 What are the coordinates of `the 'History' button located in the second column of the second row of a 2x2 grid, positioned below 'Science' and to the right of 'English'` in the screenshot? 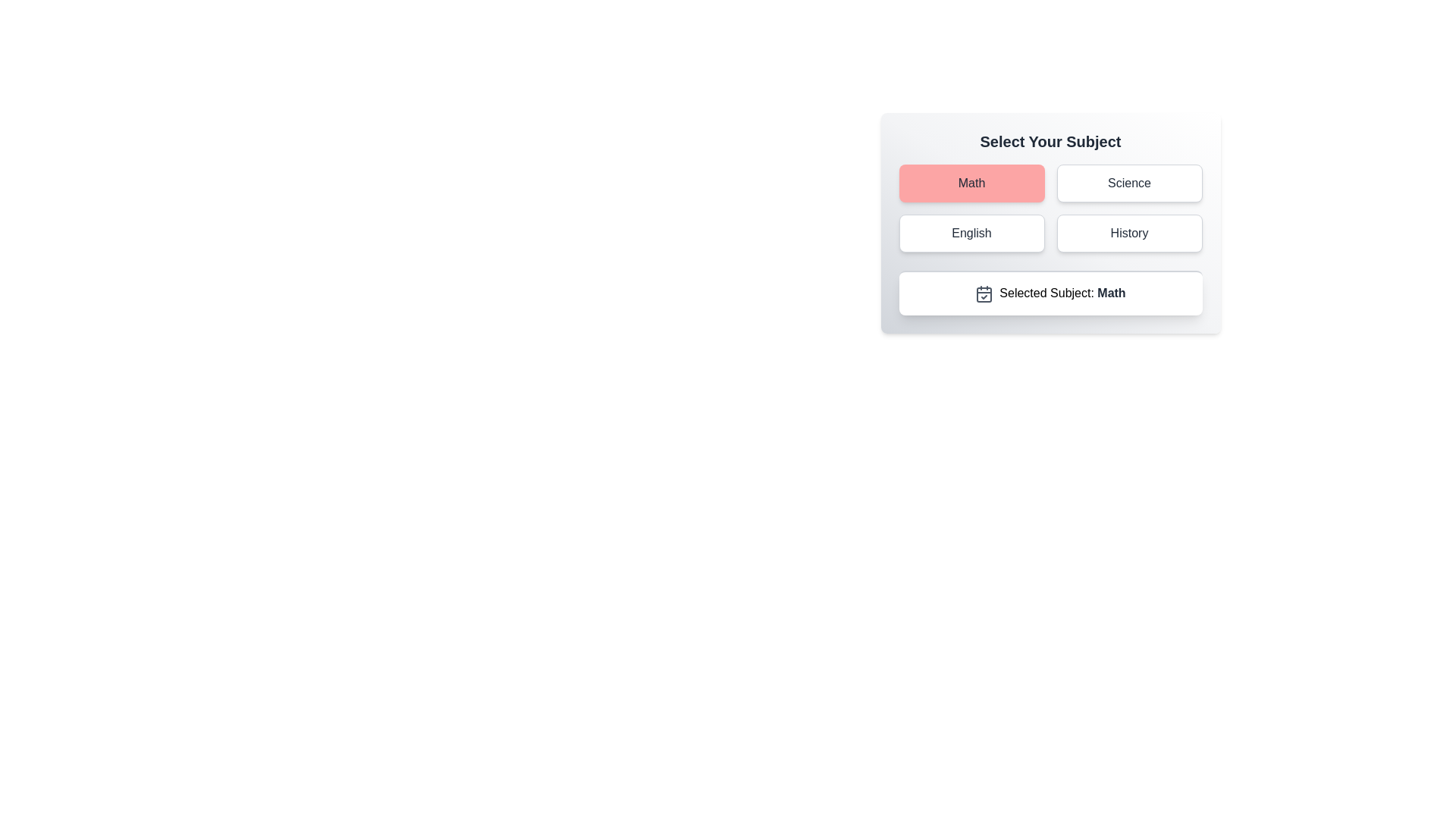 It's located at (1129, 234).